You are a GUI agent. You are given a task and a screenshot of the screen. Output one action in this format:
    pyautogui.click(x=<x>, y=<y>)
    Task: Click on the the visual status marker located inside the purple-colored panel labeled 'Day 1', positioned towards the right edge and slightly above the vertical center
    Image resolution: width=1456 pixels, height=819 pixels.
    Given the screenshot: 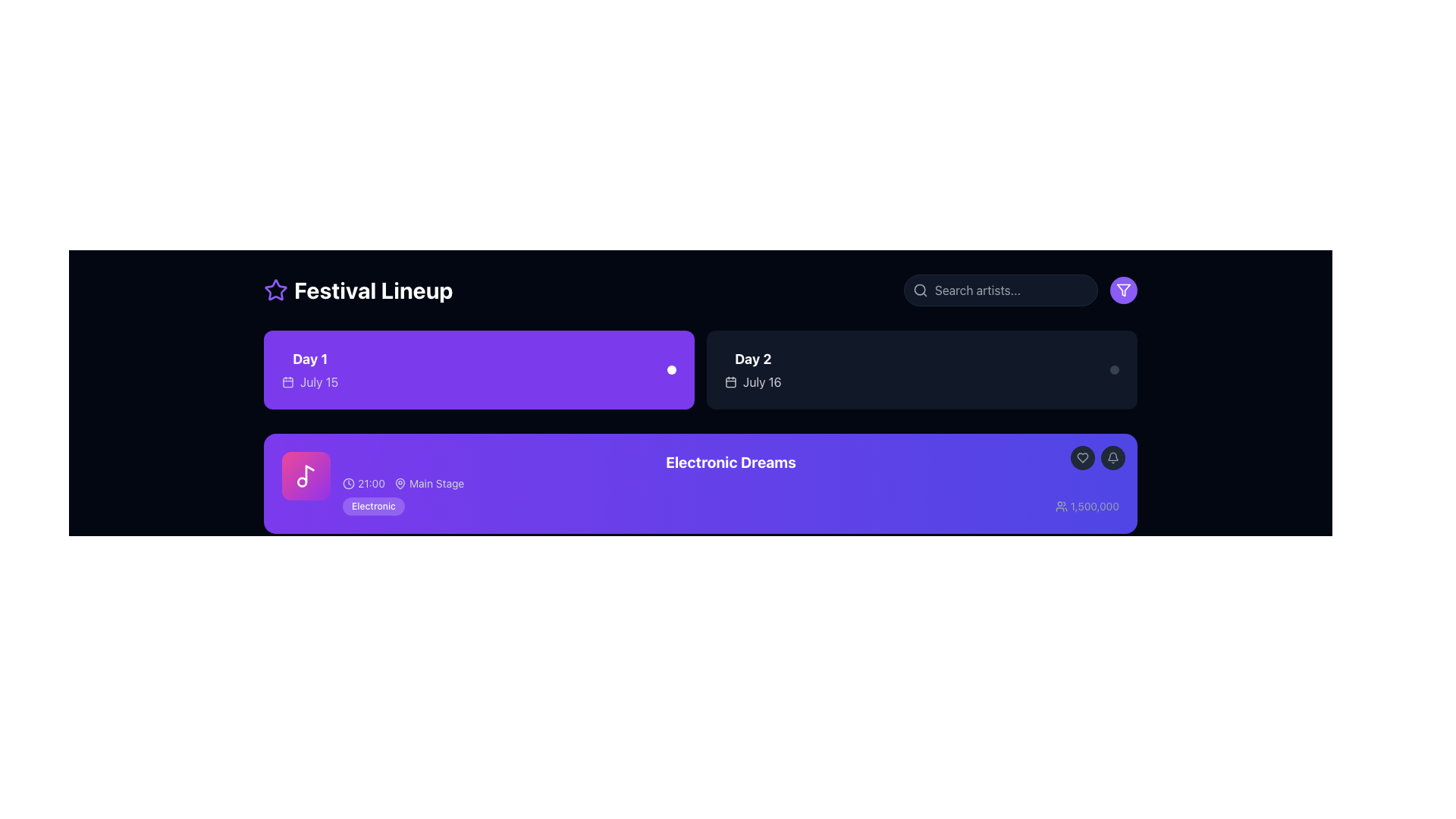 What is the action you would take?
    pyautogui.click(x=671, y=370)
    